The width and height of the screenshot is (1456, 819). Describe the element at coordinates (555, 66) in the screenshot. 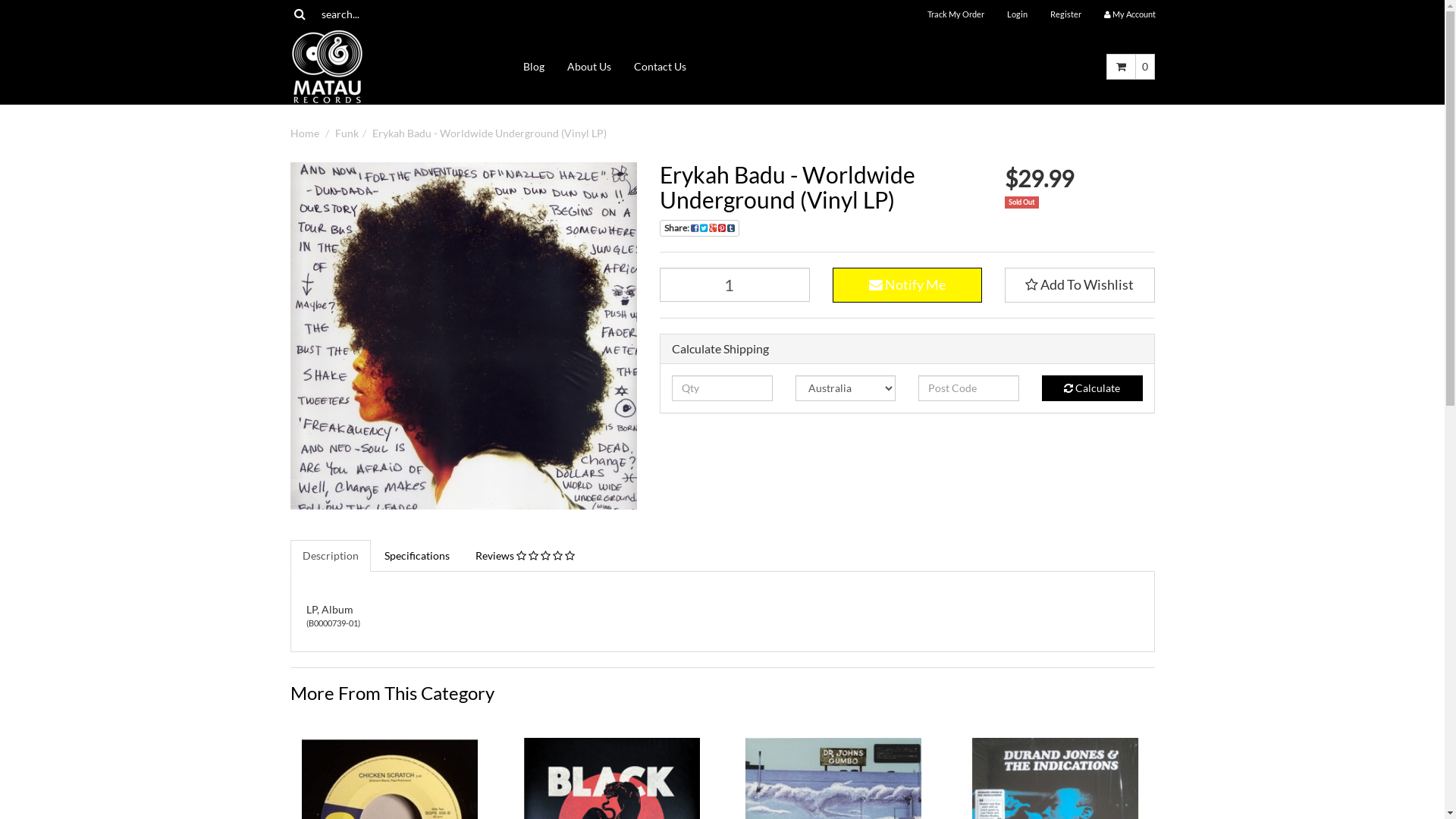

I see `'About Us'` at that location.